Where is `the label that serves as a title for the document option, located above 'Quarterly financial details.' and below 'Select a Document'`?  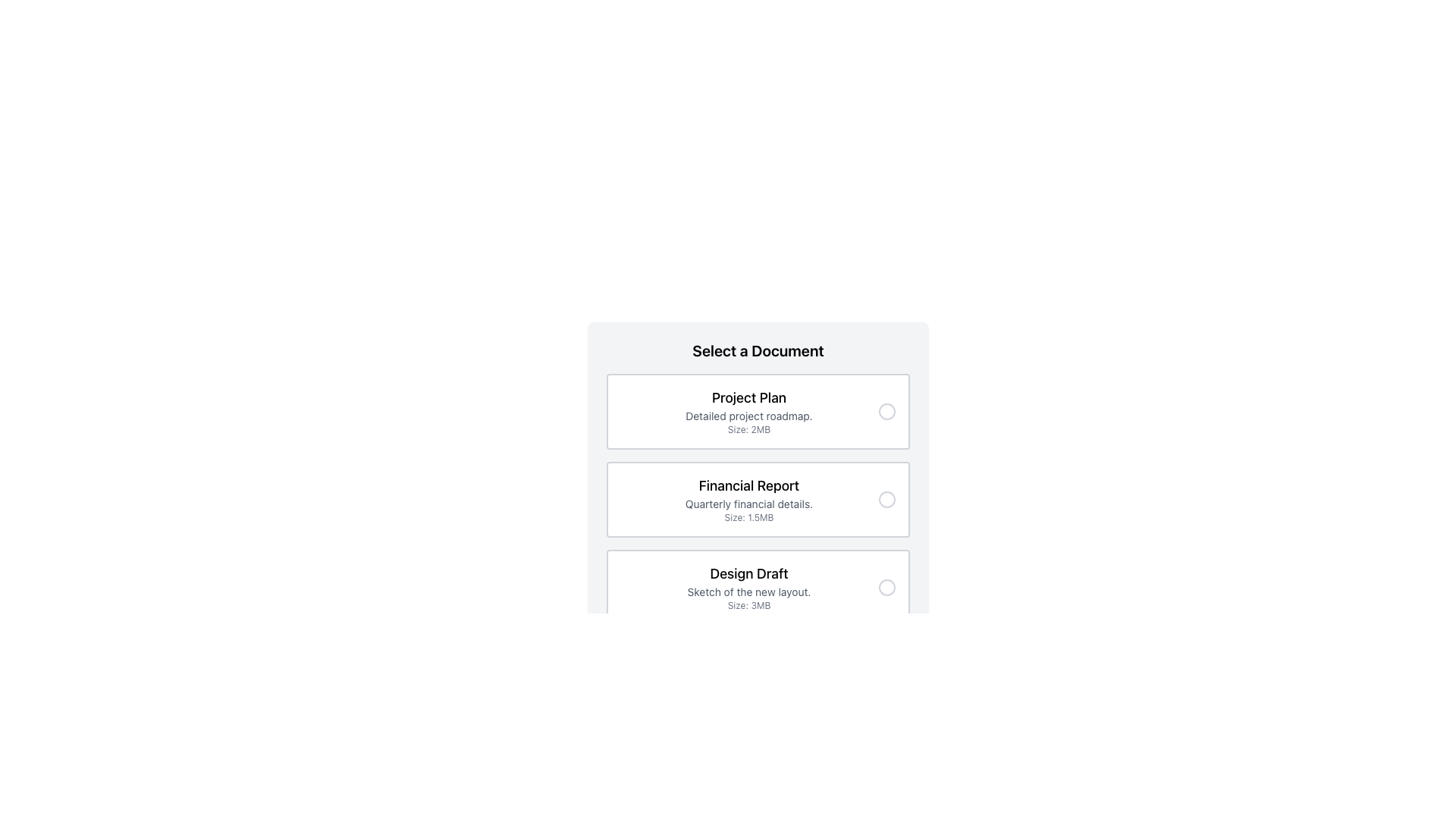 the label that serves as a title for the document option, located above 'Quarterly financial details.' and below 'Select a Document' is located at coordinates (749, 485).